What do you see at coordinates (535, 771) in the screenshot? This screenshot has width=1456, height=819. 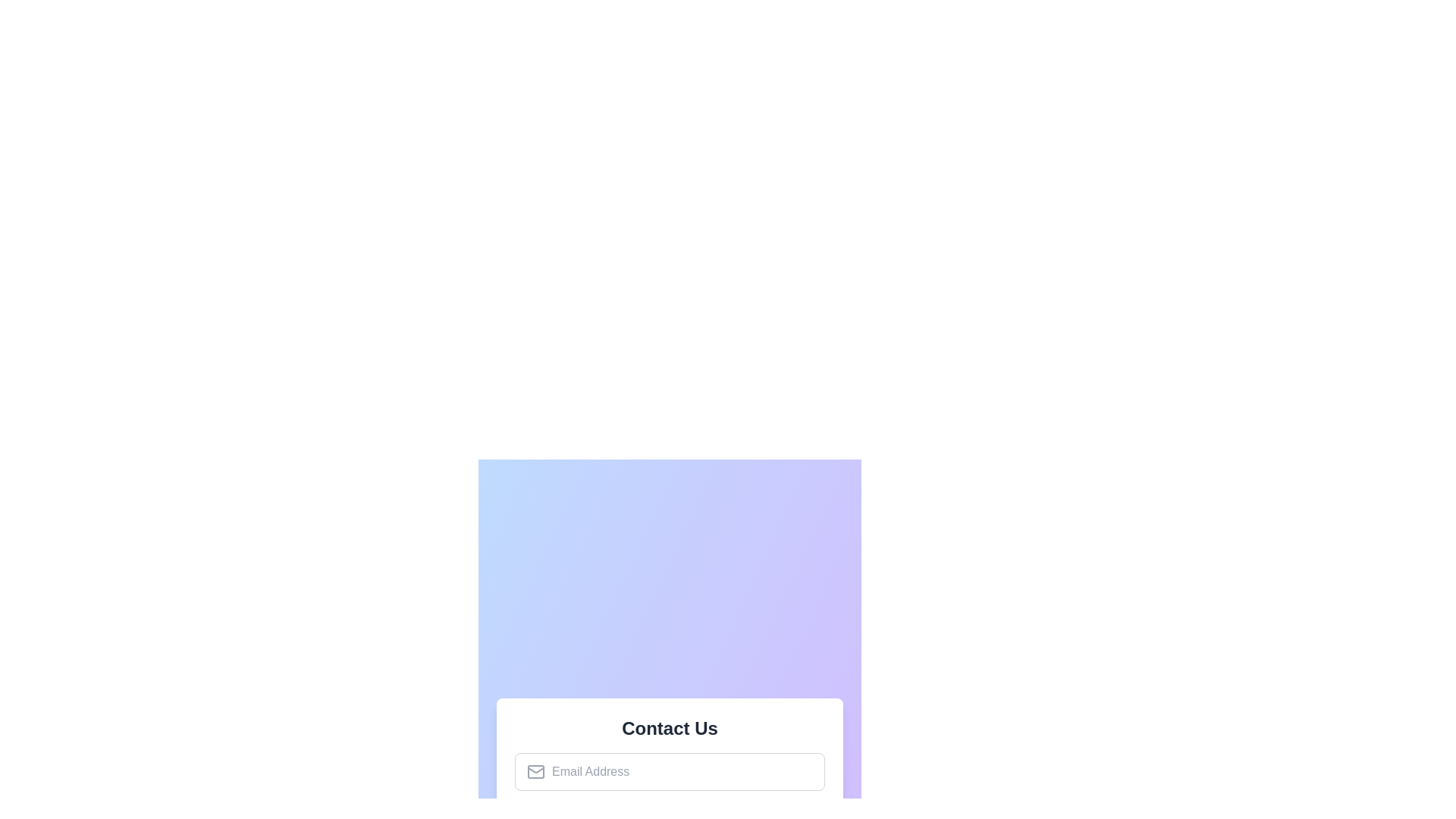 I see `the graphical icon indicating the expected email input in the 'Contact Us' form` at bounding box center [535, 771].